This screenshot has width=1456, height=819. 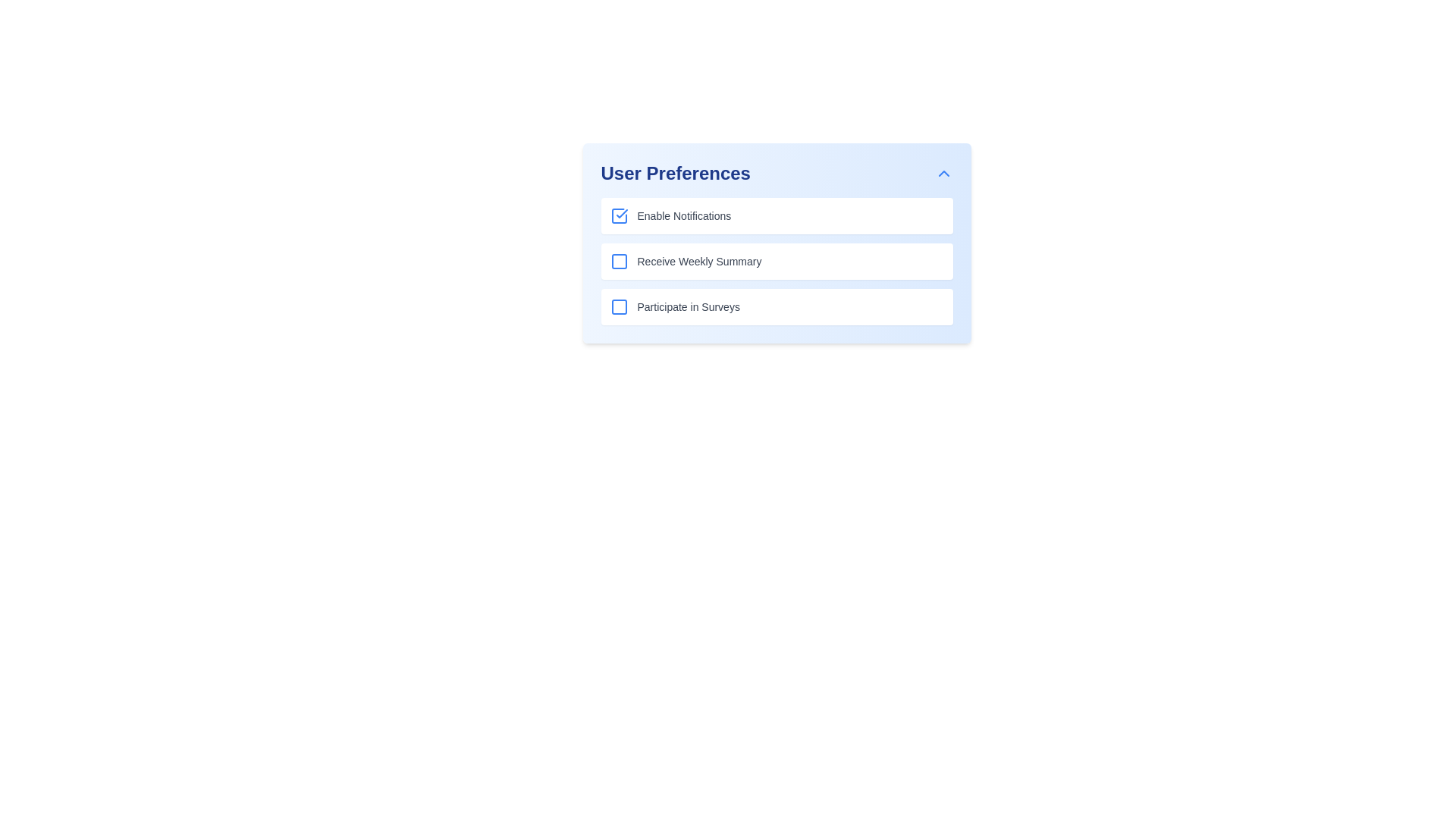 What do you see at coordinates (683, 216) in the screenshot?
I see `the Text Label that indicates the purpose of the adjacent checkbox for enabling notifications, located in the 'User Preferences' section` at bounding box center [683, 216].